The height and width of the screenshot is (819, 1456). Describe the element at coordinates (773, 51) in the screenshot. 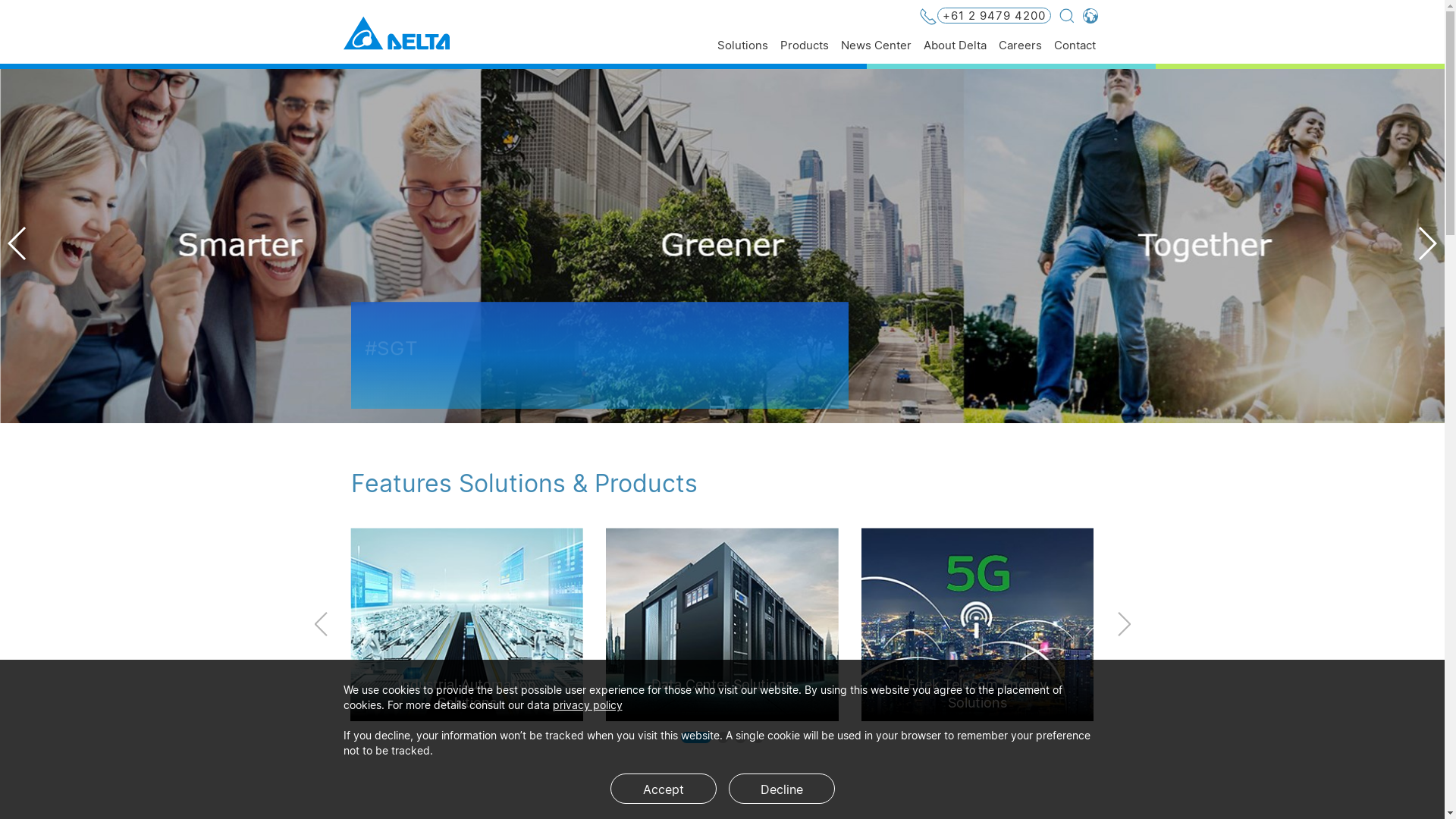

I see `'Products'` at that location.